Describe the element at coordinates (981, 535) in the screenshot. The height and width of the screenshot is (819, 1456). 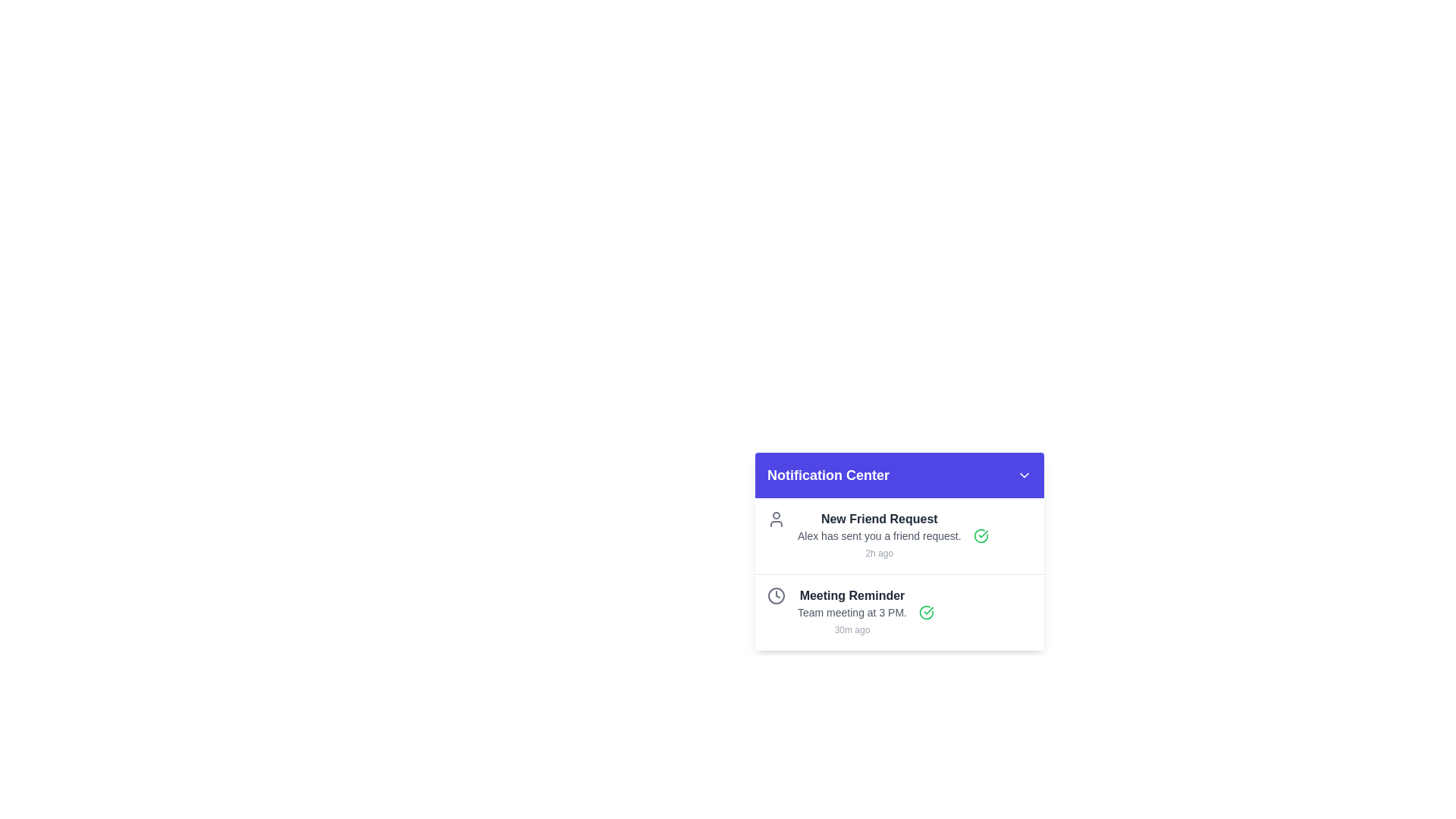
I see `the green circular arc element that is part of the check-inside-circle icon` at that location.